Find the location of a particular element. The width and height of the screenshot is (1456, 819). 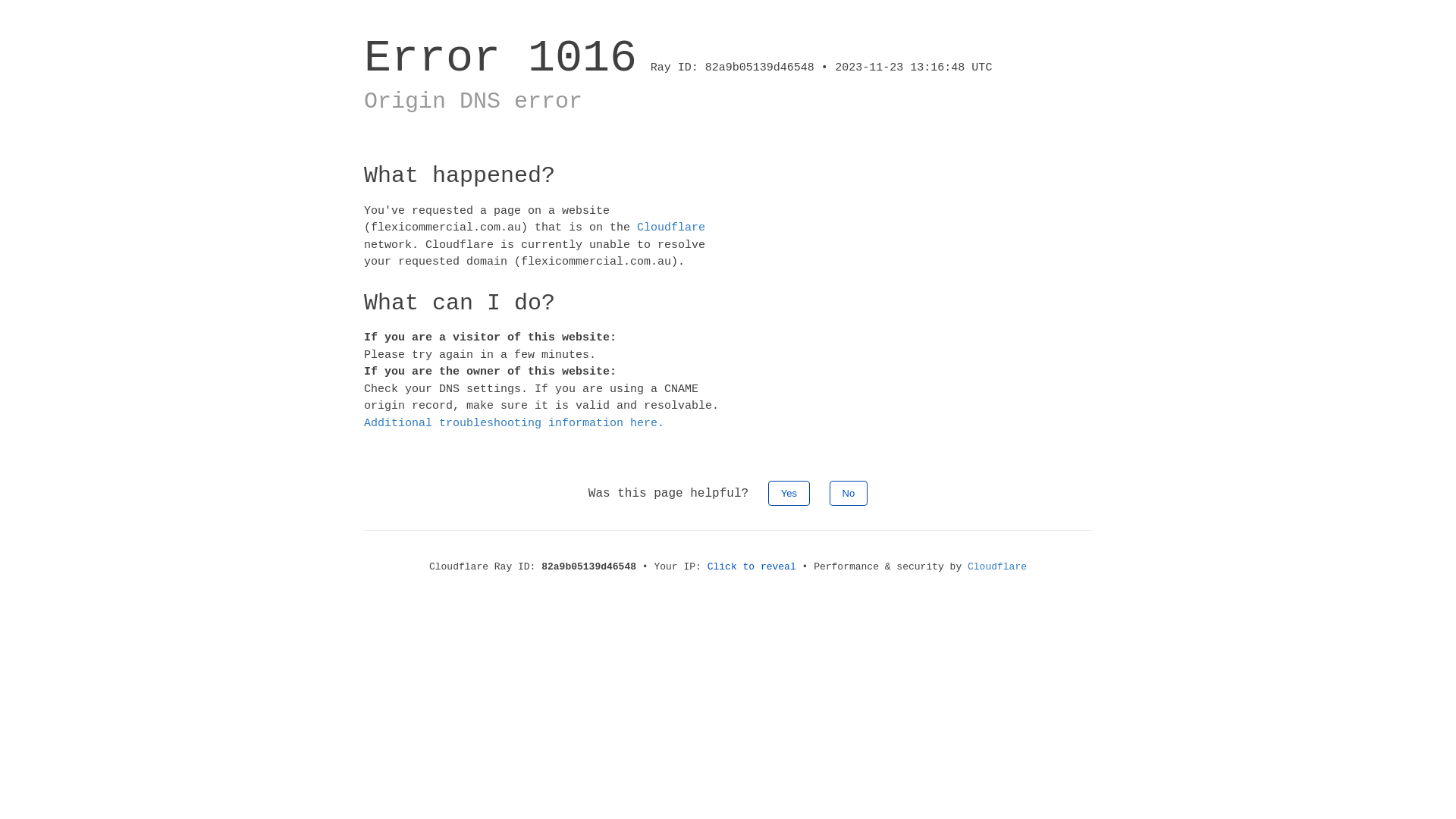

'Cloudflare' is located at coordinates (670, 227).